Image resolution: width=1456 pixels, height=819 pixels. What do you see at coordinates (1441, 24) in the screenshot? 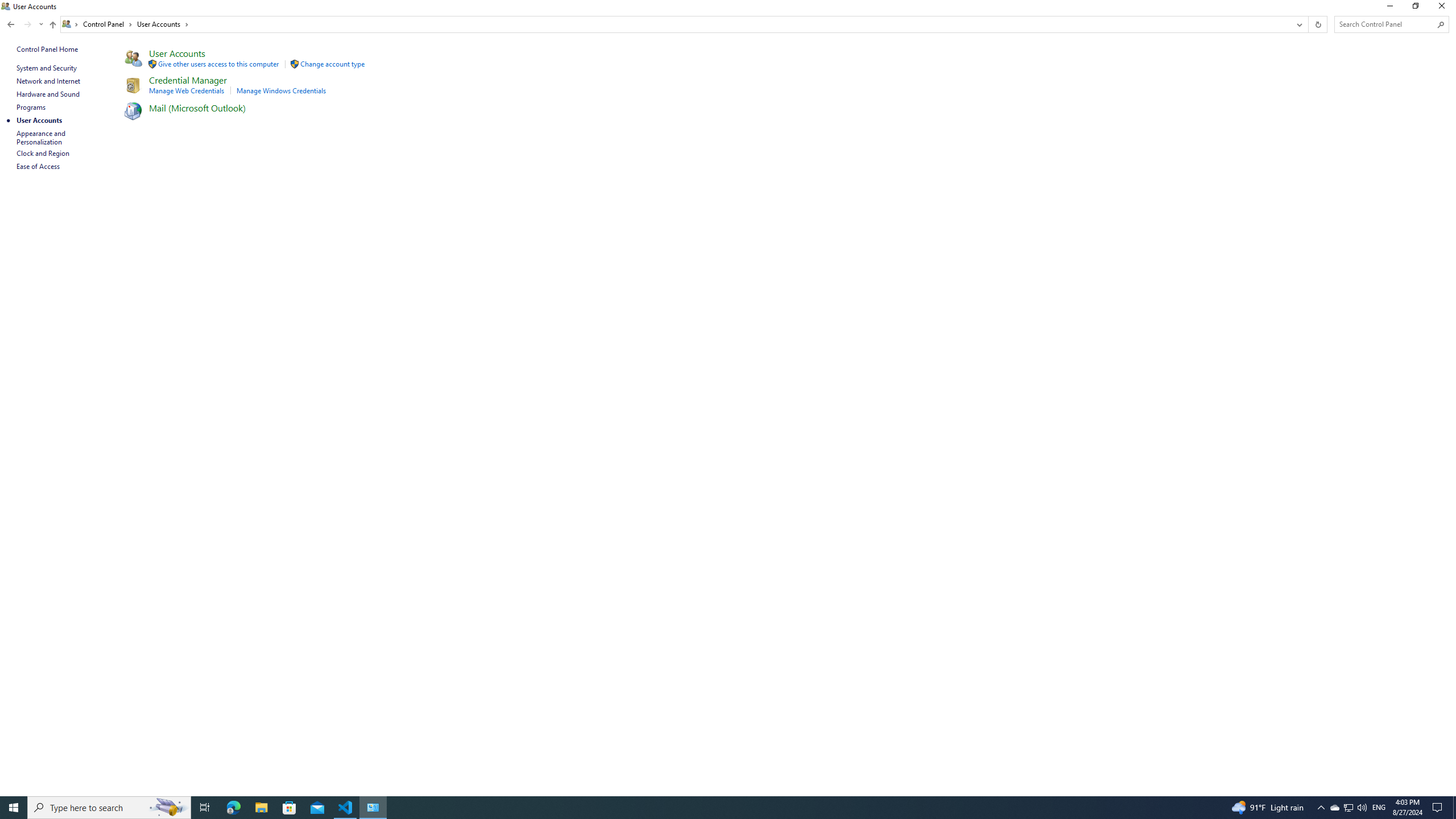
I see `'Search'` at bounding box center [1441, 24].